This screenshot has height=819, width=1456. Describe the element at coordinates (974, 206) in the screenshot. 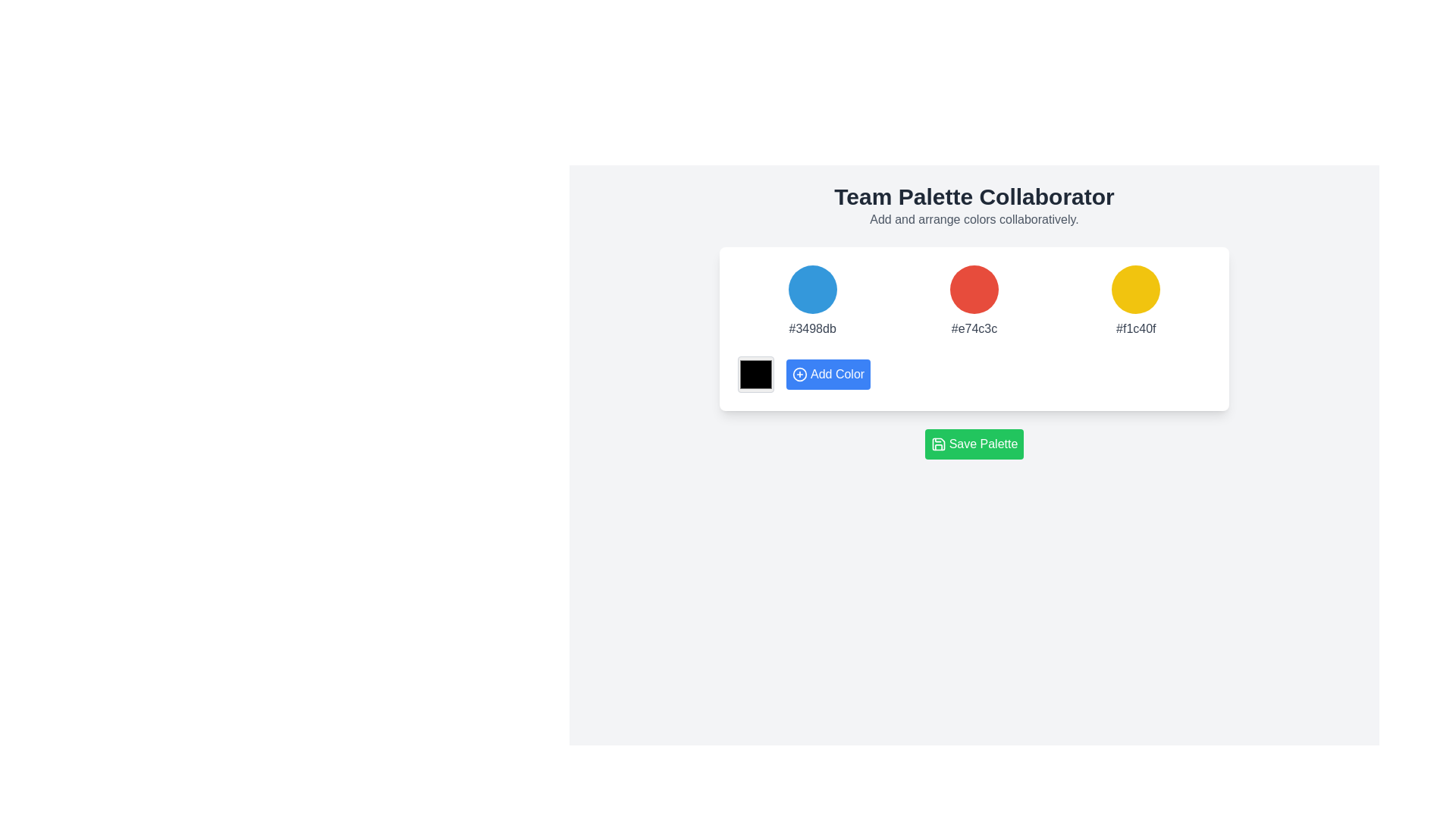

I see `the text block displaying 'Team Palette Collaborator' and 'Add and arrange colors collaboratively.' which serves as the header of the interface` at that location.